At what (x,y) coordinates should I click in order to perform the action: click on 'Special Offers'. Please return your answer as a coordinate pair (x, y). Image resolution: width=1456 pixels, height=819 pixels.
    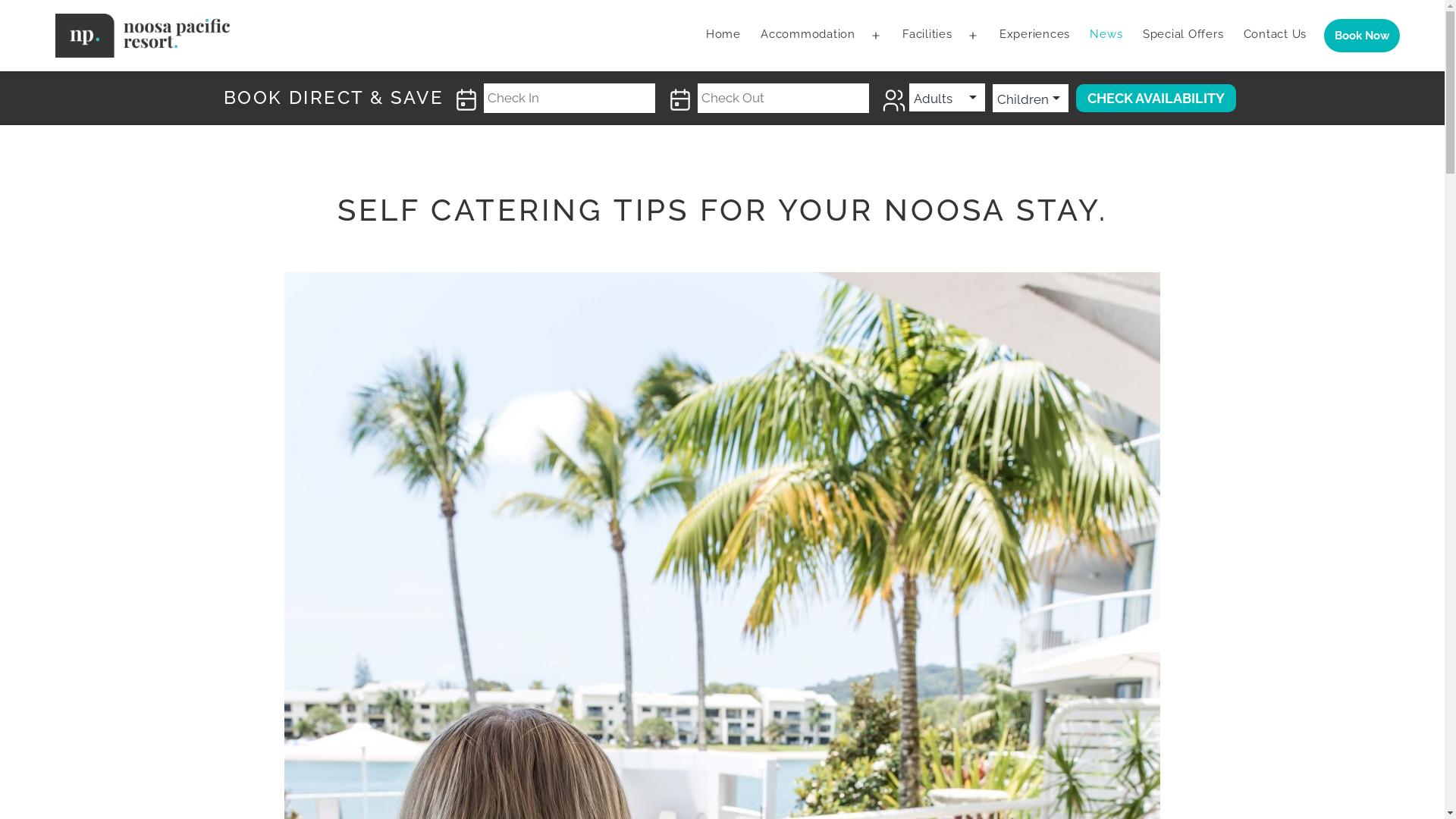
    Looking at the image, I should click on (1132, 35).